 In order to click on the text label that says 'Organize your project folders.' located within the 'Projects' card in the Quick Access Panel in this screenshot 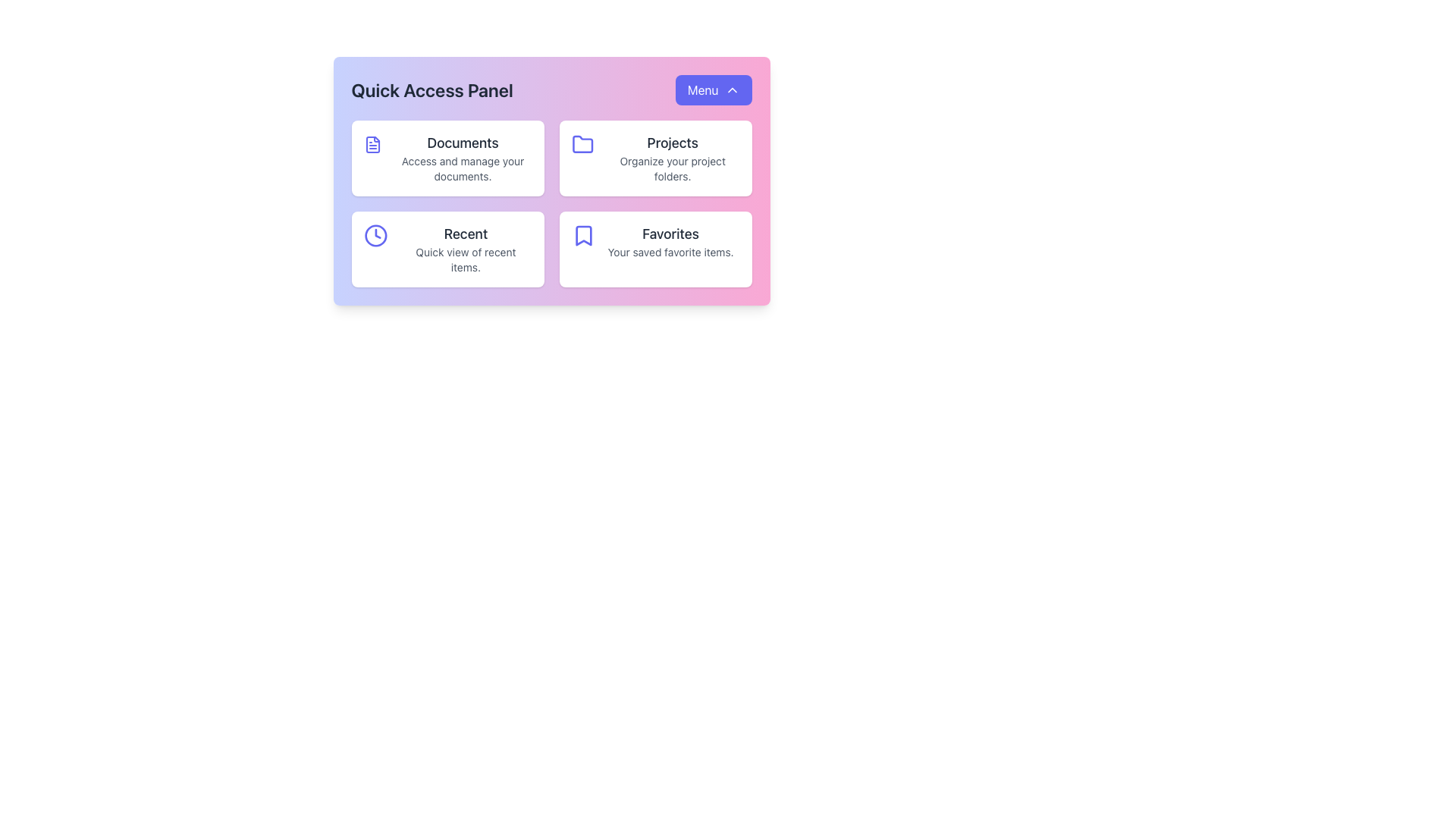, I will do `click(672, 169)`.